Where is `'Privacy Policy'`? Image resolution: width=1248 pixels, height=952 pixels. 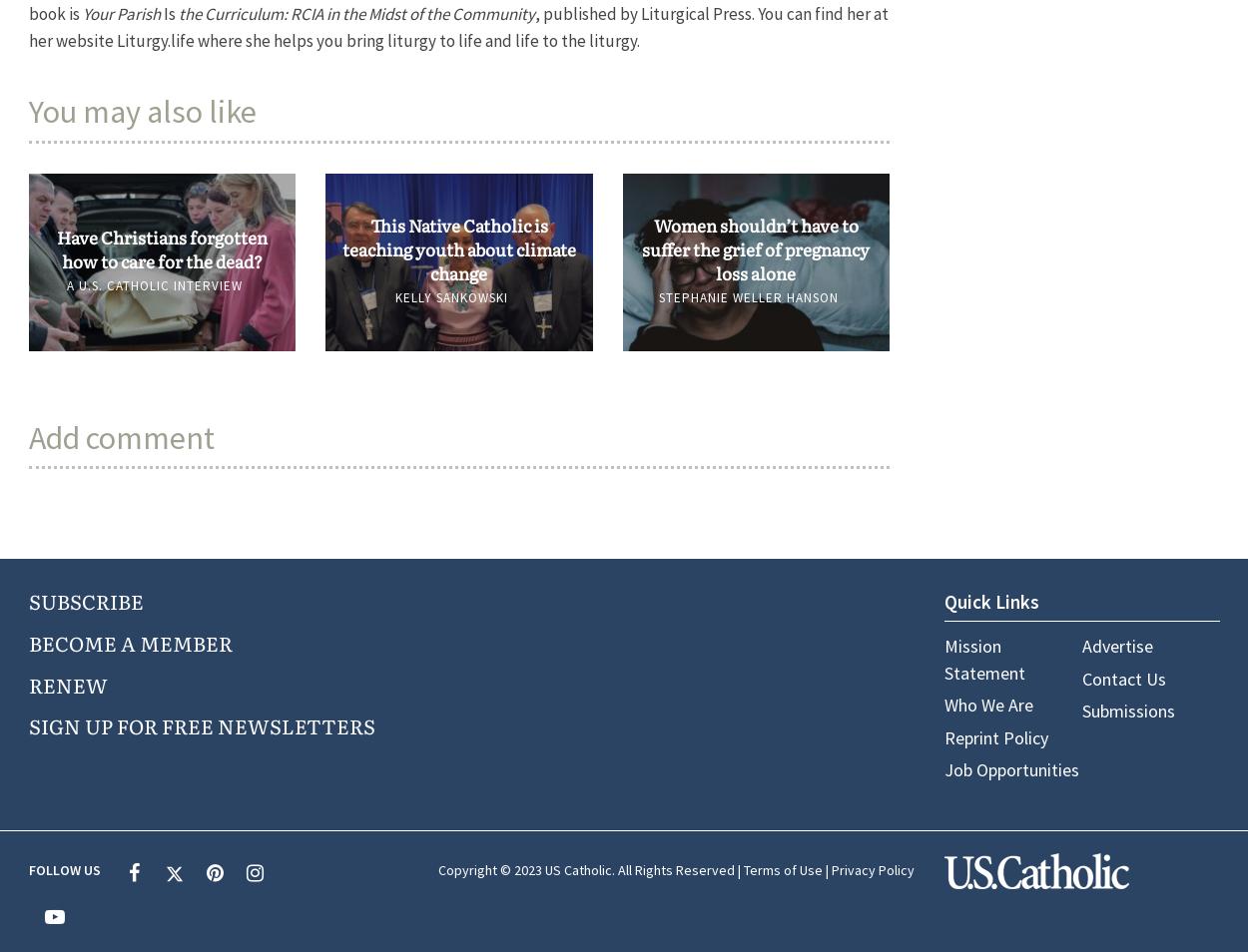
'Privacy Policy' is located at coordinates (871, 869).